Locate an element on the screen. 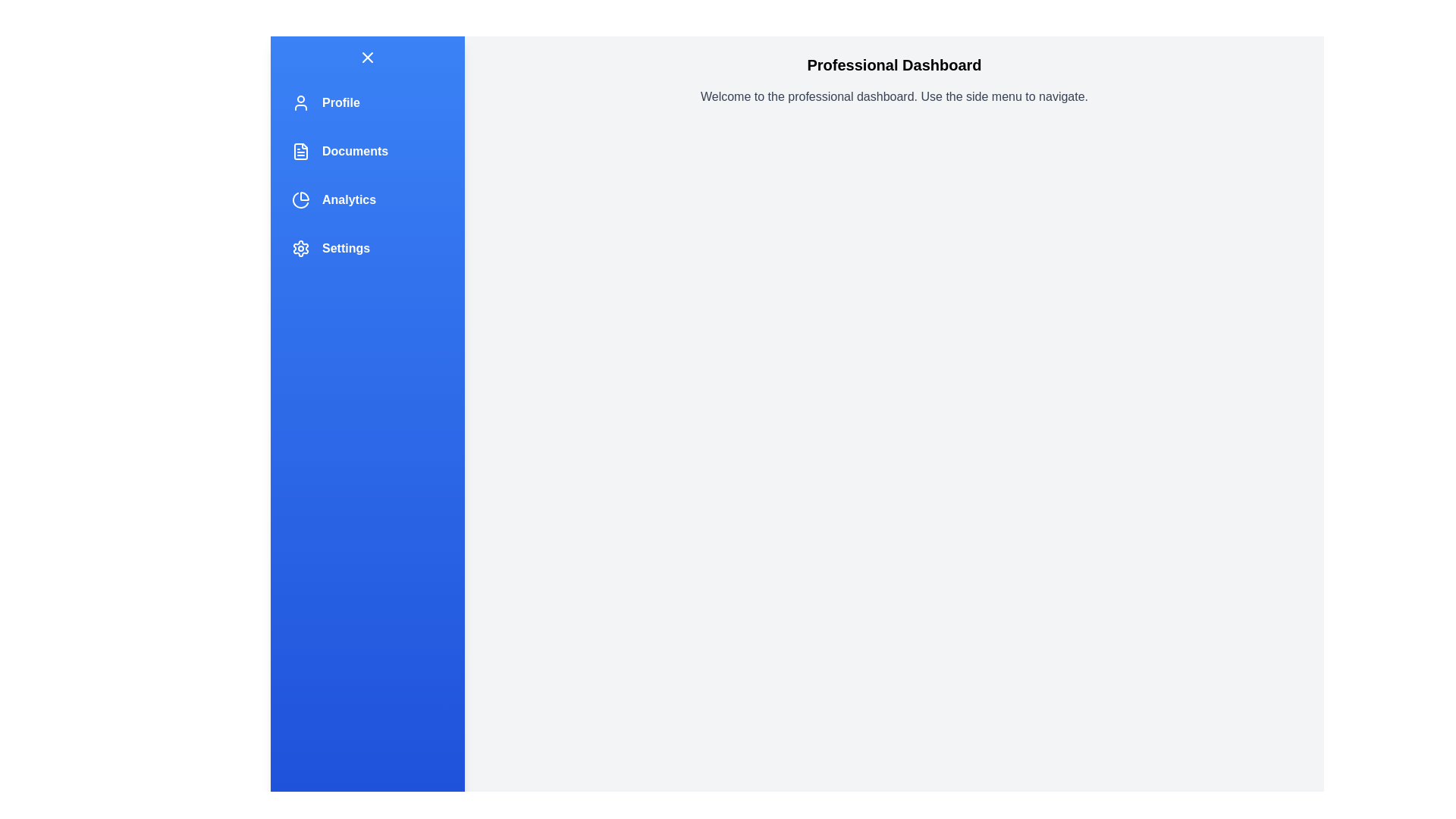 Image resolution: width=1456 pixels, height=819 pixels. the menu item Documents to reveal additional visuals is located at coordinates (367, 152).